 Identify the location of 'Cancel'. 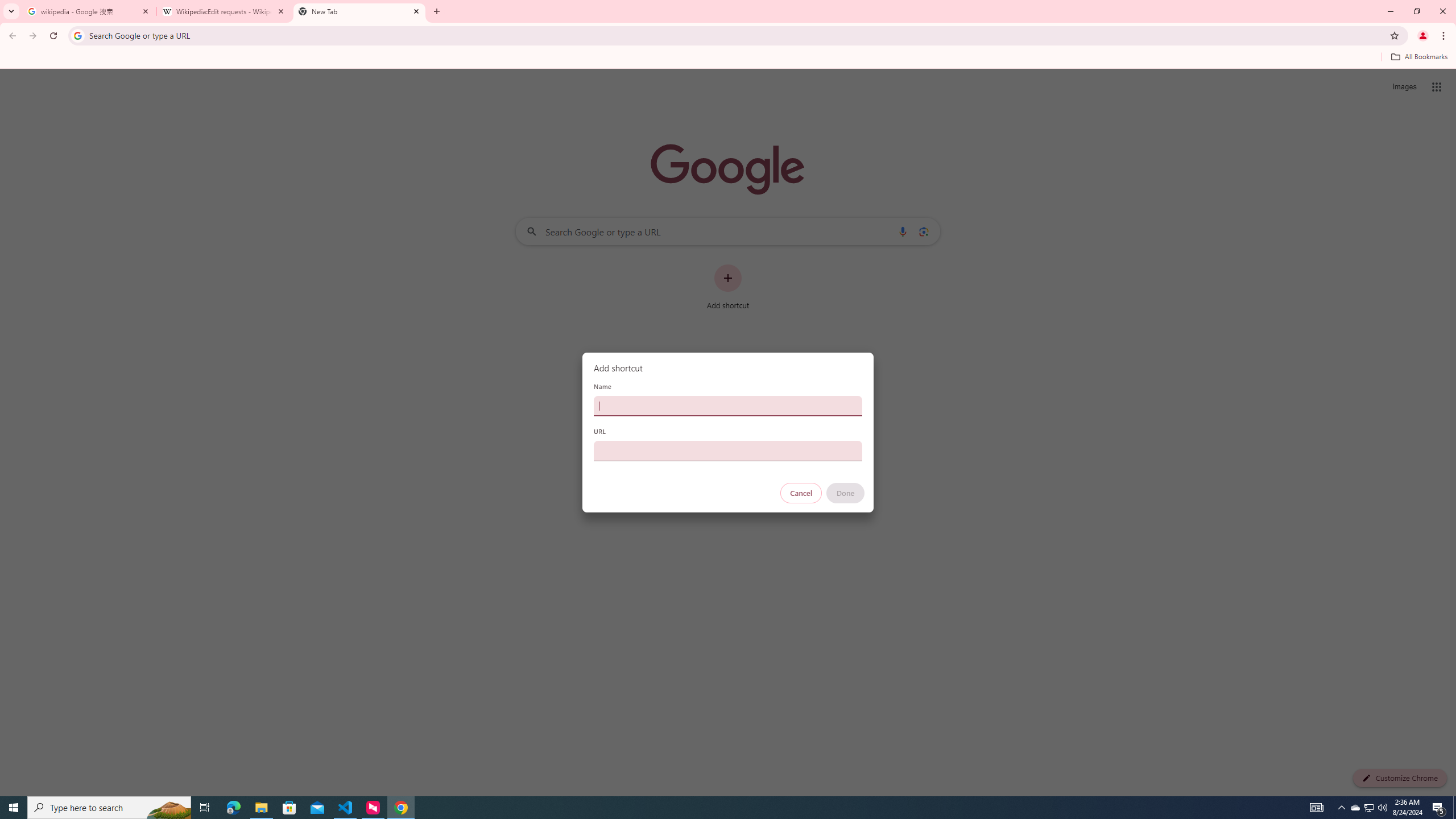
(801, 493).